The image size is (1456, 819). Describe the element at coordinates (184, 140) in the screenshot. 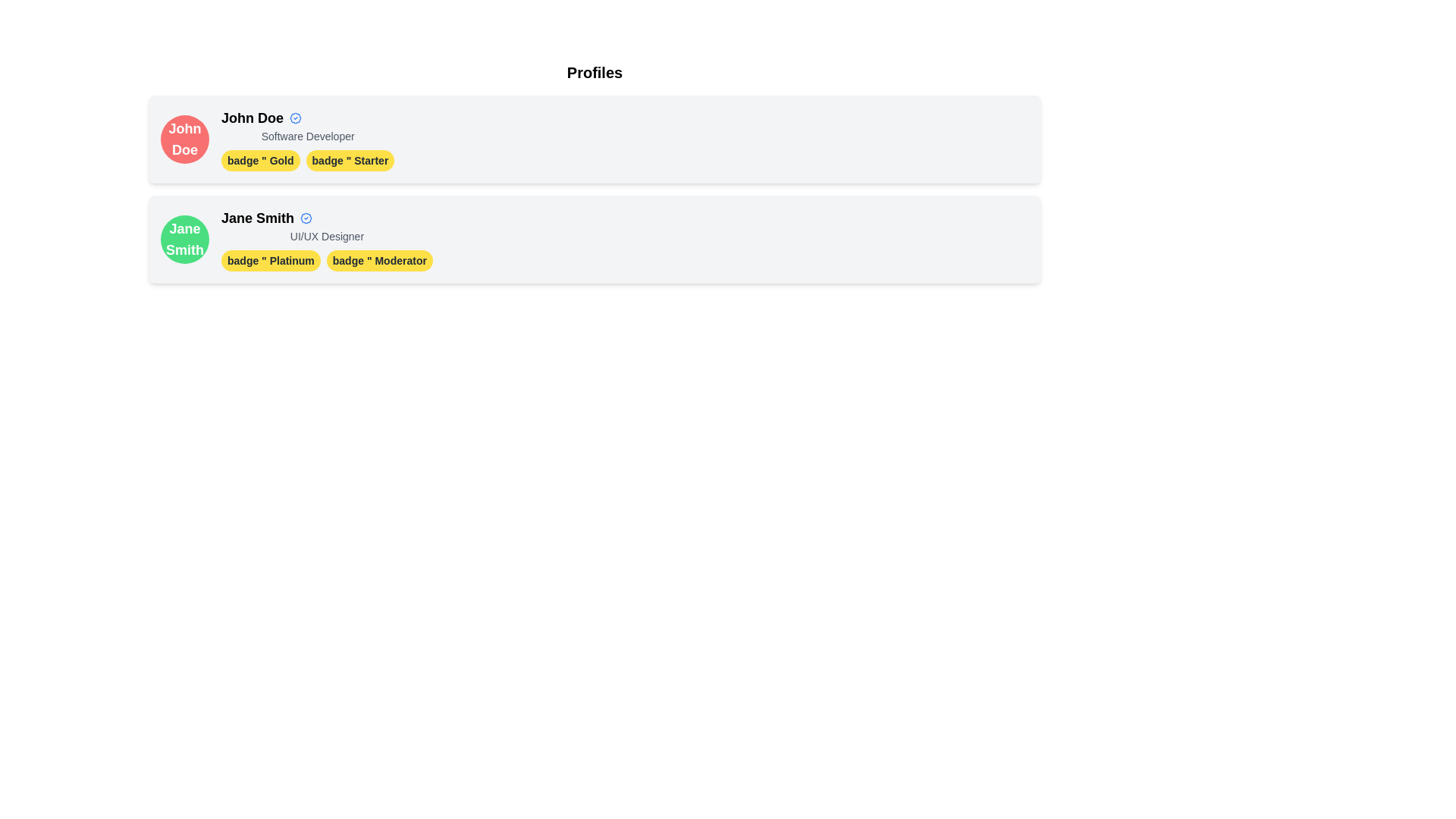

I see `the decorative graphical element or avatar for the individual named 'John Doe', which is located in the first profile card at the top-left corner of the card` at that location.